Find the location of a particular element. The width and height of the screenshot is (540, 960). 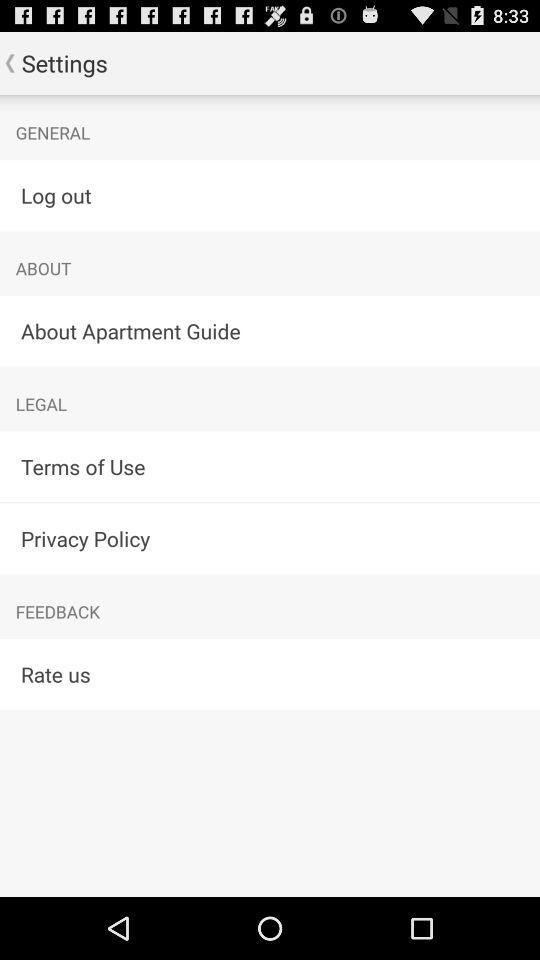

rate us icon is located at coordinates (270, 674).